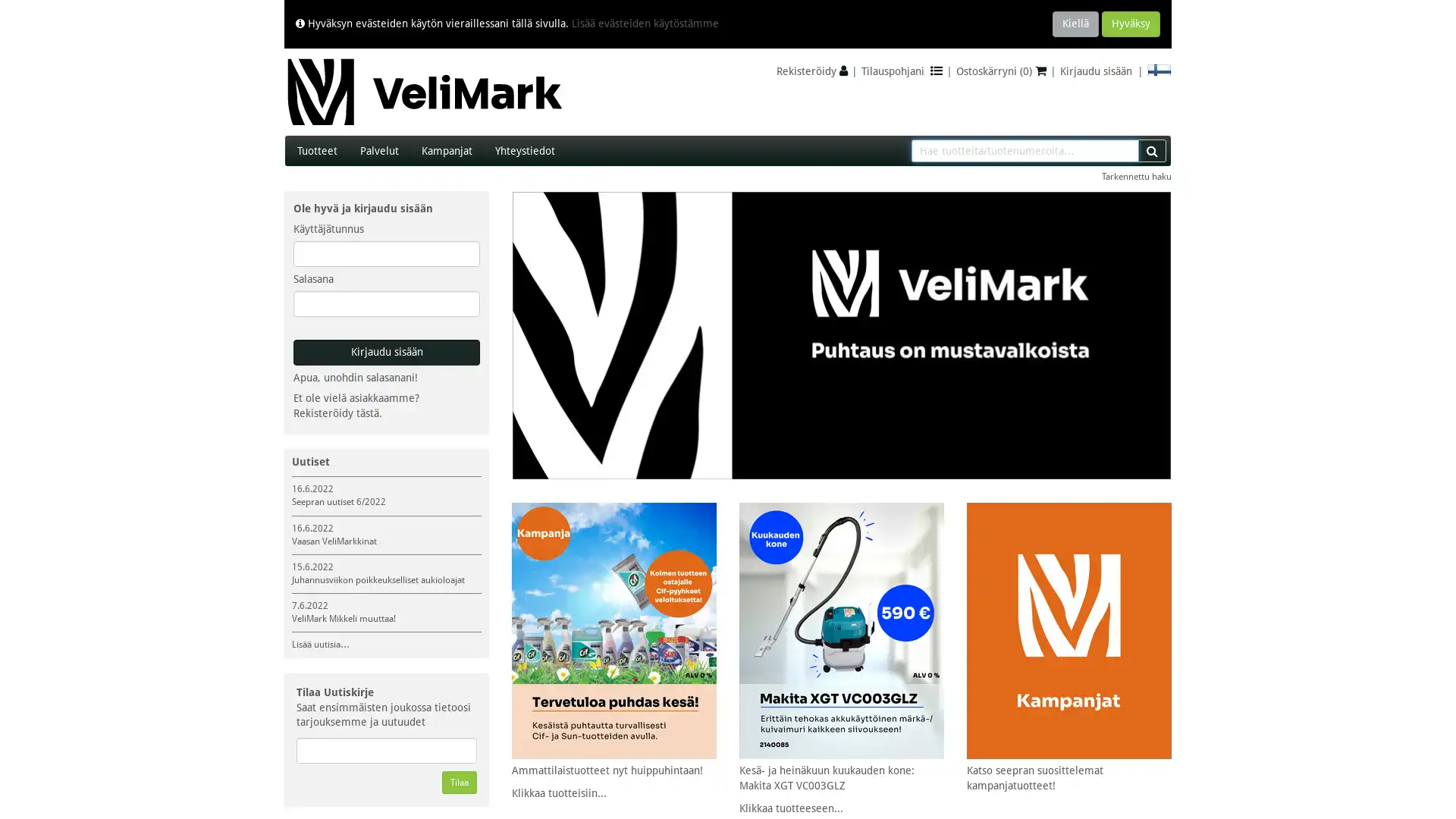 The height and width of the screenshot is (819, 1456). I want to click on Kirjaudu sisaan, so click(386, 353).